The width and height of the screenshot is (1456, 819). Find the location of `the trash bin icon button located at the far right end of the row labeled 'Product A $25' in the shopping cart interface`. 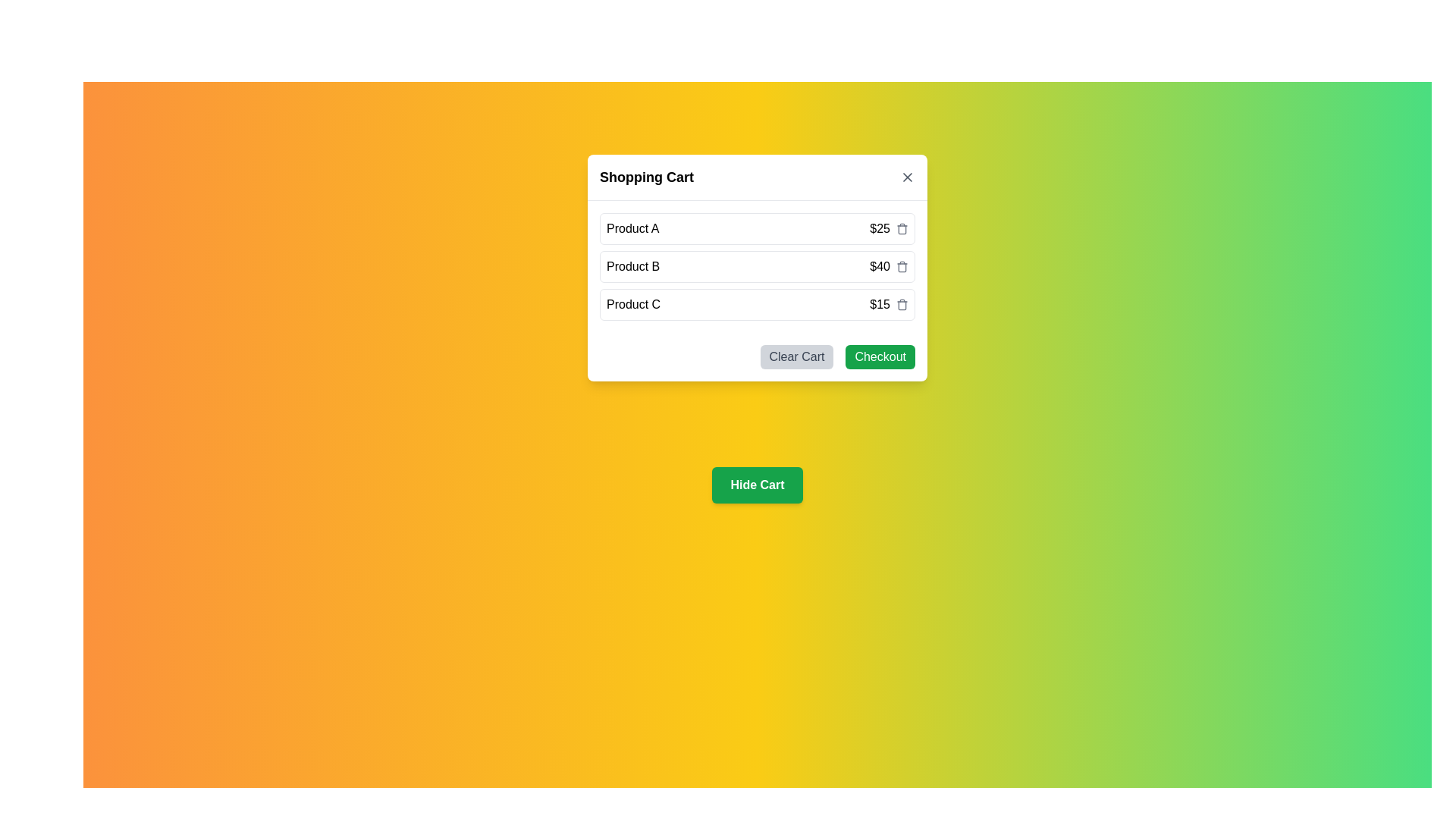

the trash bin icon button located at the far right end of the row labeled 'Product A $25' in the shopping cart interface is located at coordinates (902, 228).